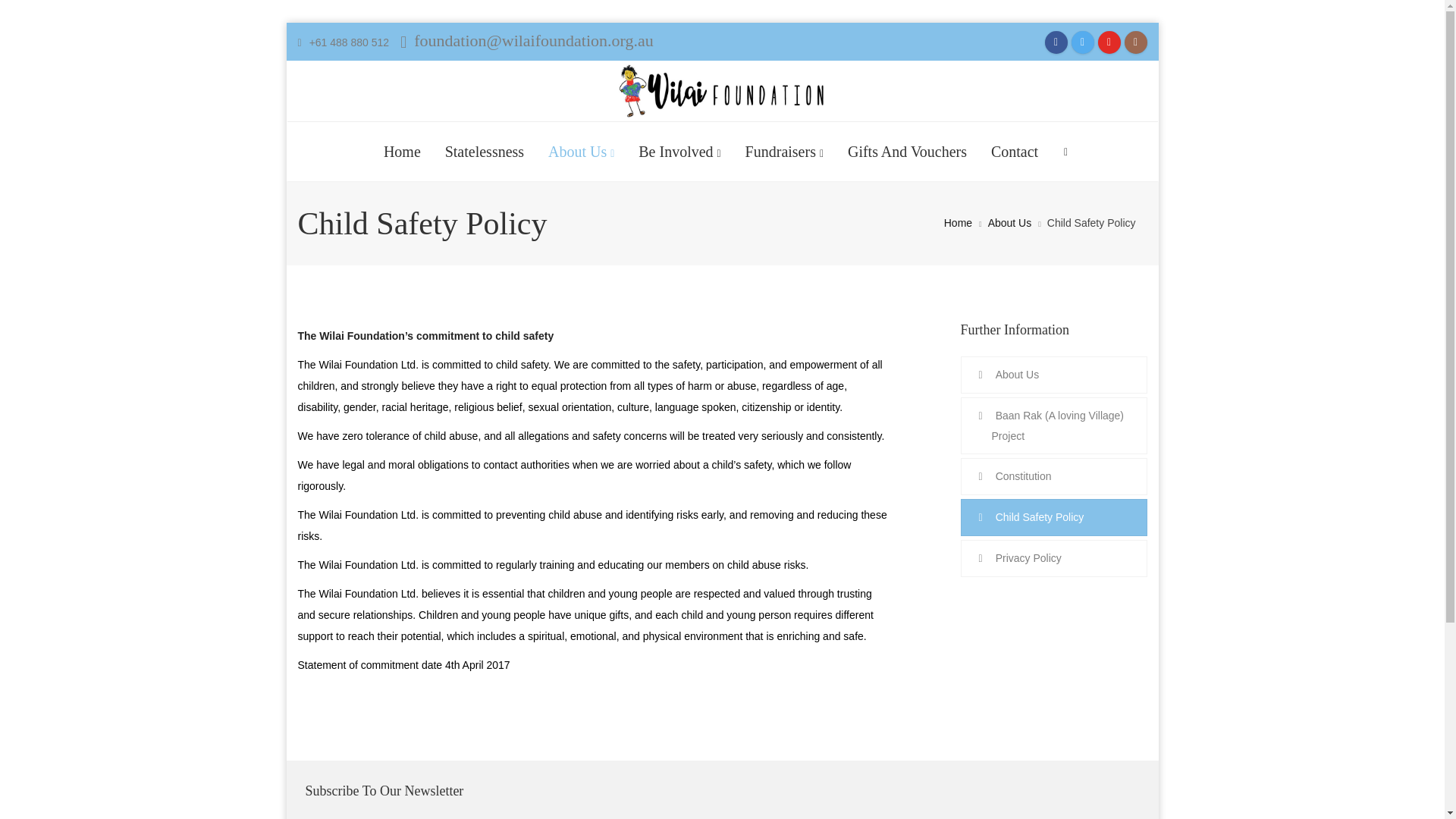 The height and width of the screenshot is (819, 1456). I want to click on 'Statelessness', so click(483, 152).